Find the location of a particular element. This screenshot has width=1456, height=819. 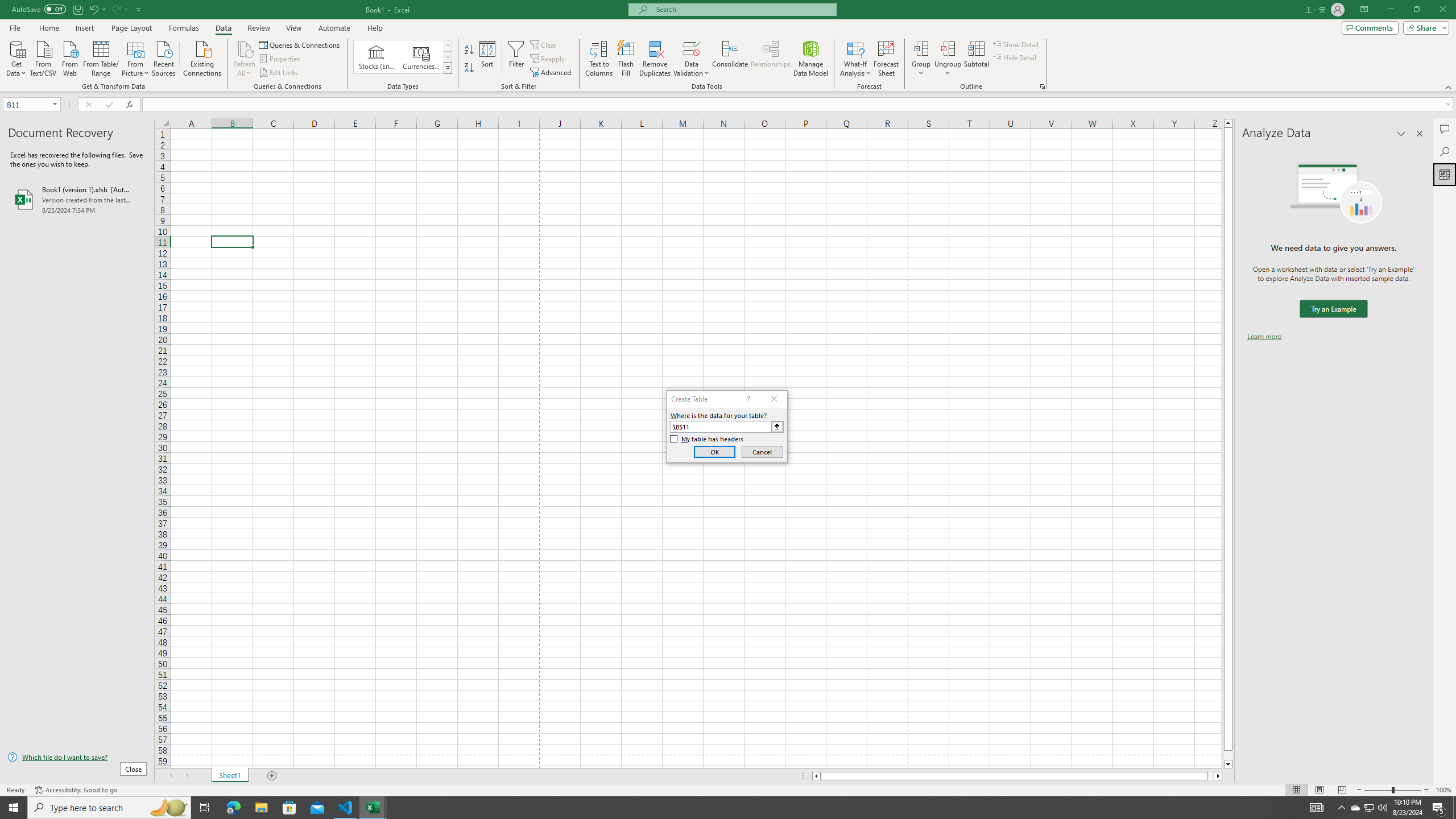

'Automate' is located at coordinates (334, 28).